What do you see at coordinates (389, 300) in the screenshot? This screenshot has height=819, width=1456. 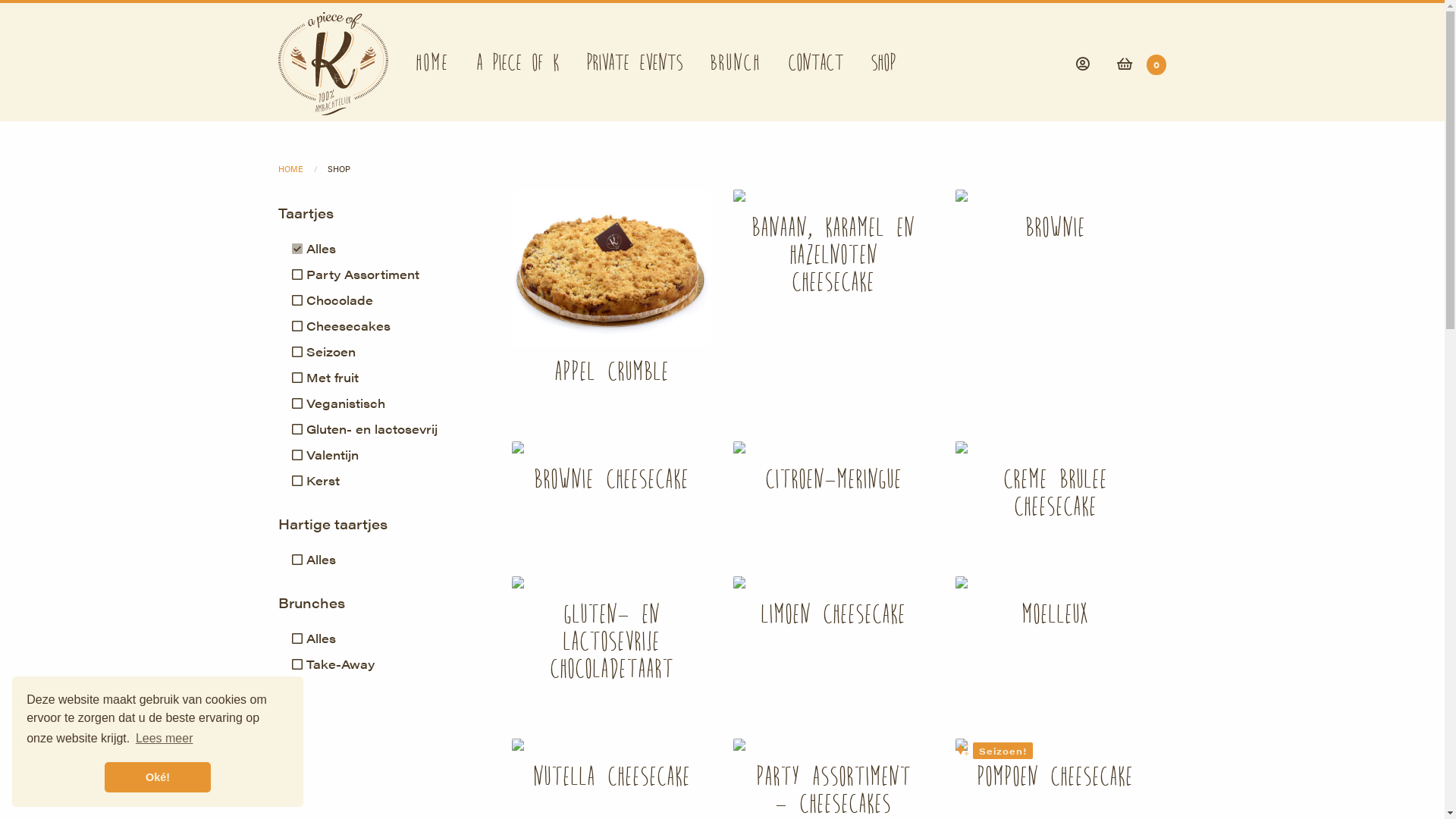 I see `'Chocolade'` at bounding box center [389, 300].